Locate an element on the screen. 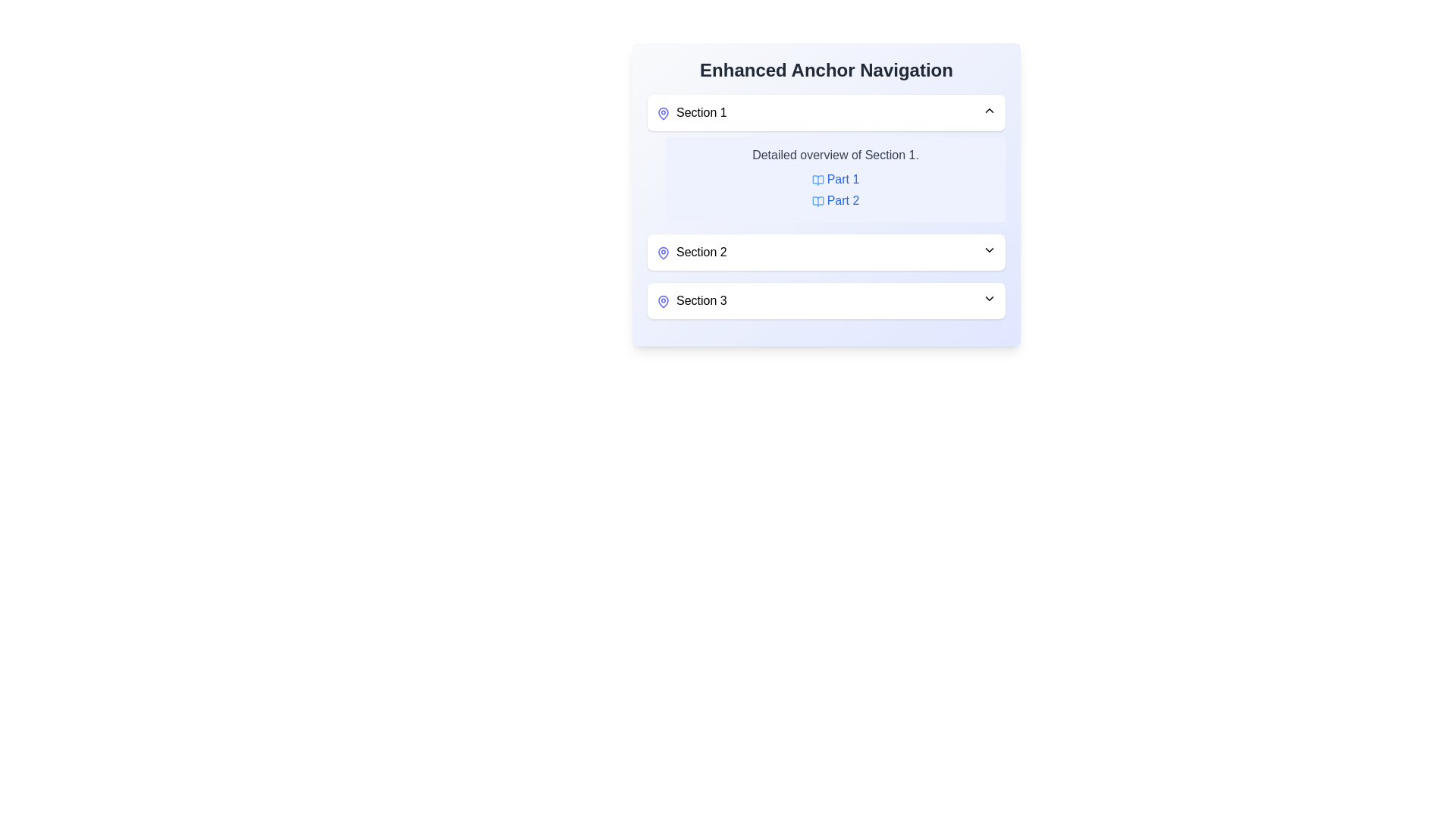 The height and width of the screenshot is (819, 1456). the hyperlinked text labeled 'Part 1' located under the 'Detailed overview of Section 1.' heading, which is positioned to the right of a blue book icon is located at coordinates (835, 178).